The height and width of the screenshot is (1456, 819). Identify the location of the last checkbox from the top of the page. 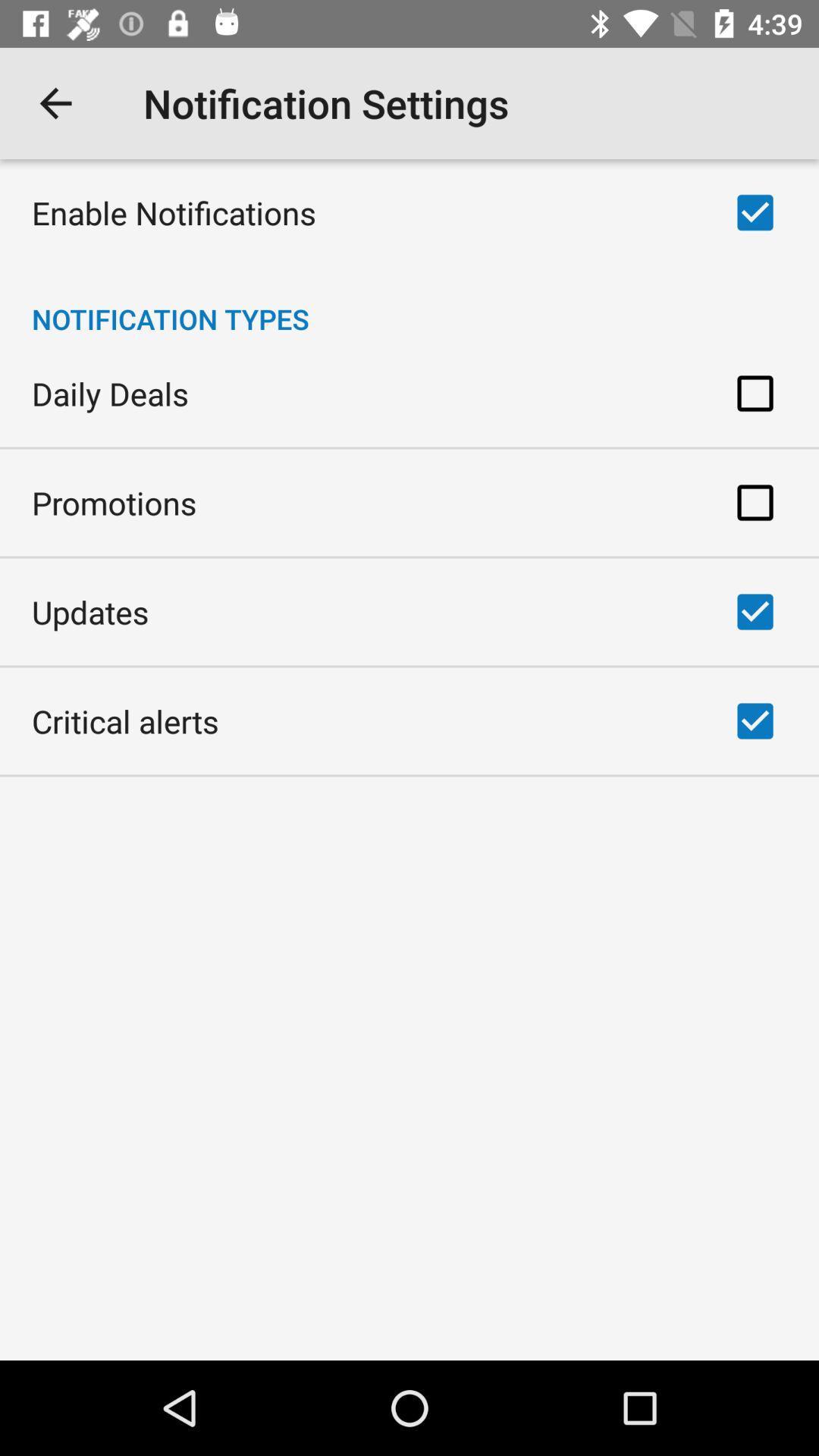
(755, 720).